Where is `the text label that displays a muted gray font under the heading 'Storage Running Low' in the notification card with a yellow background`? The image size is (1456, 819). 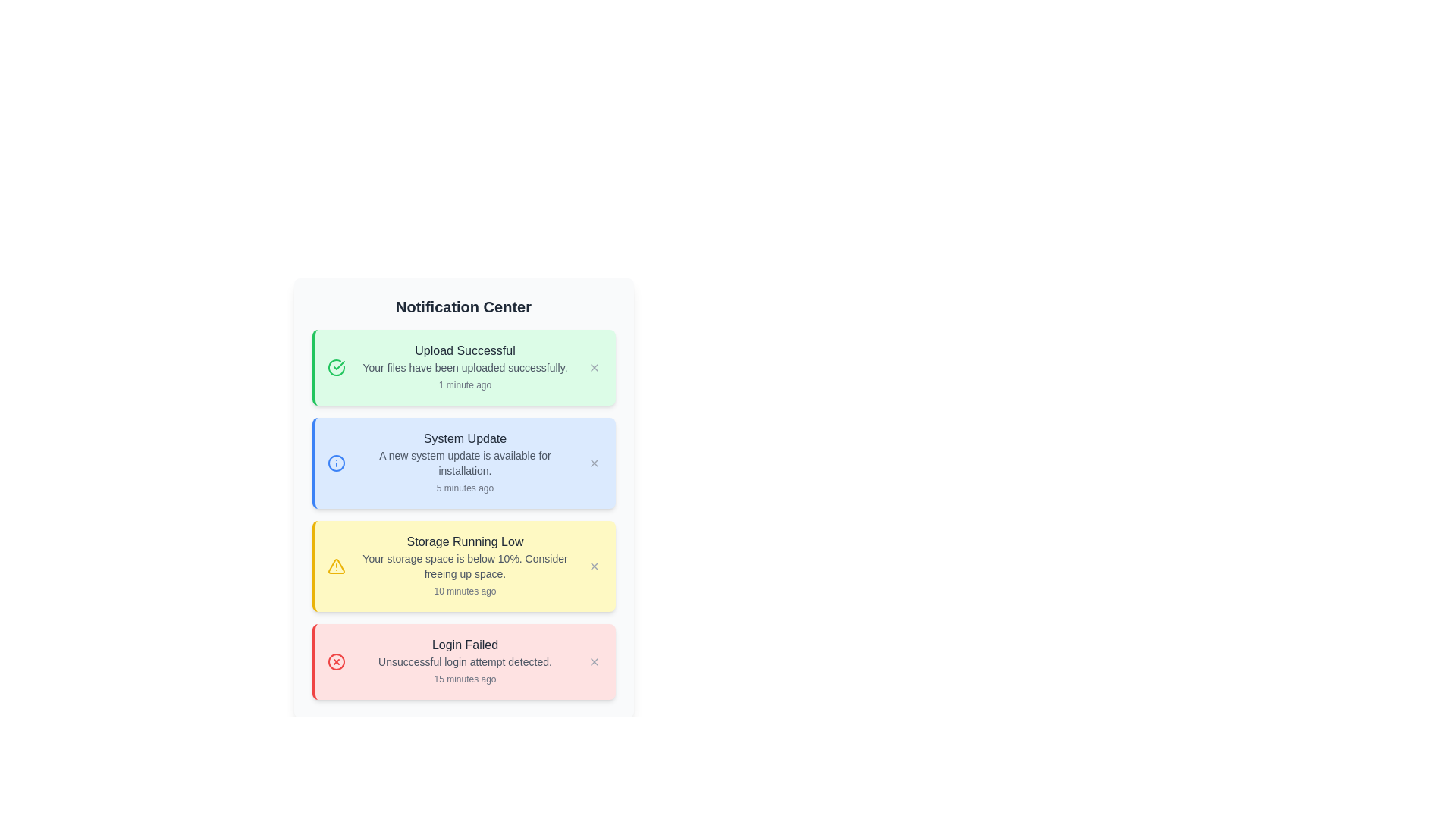 the text label that displays a muted gray font under the heading 'Storage Running Low' in the notification card with a yellow background is located at coordinates (464, 566).